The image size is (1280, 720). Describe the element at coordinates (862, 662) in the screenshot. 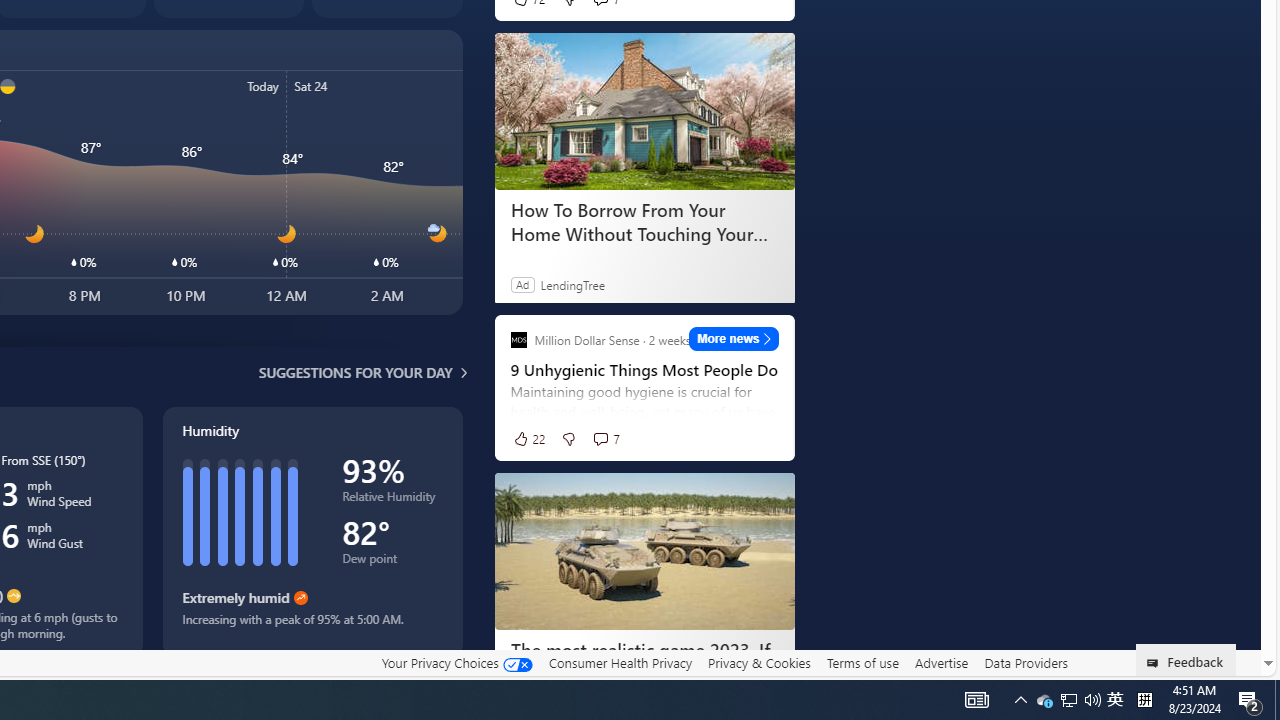

I see `'Terms of use'` at that location.